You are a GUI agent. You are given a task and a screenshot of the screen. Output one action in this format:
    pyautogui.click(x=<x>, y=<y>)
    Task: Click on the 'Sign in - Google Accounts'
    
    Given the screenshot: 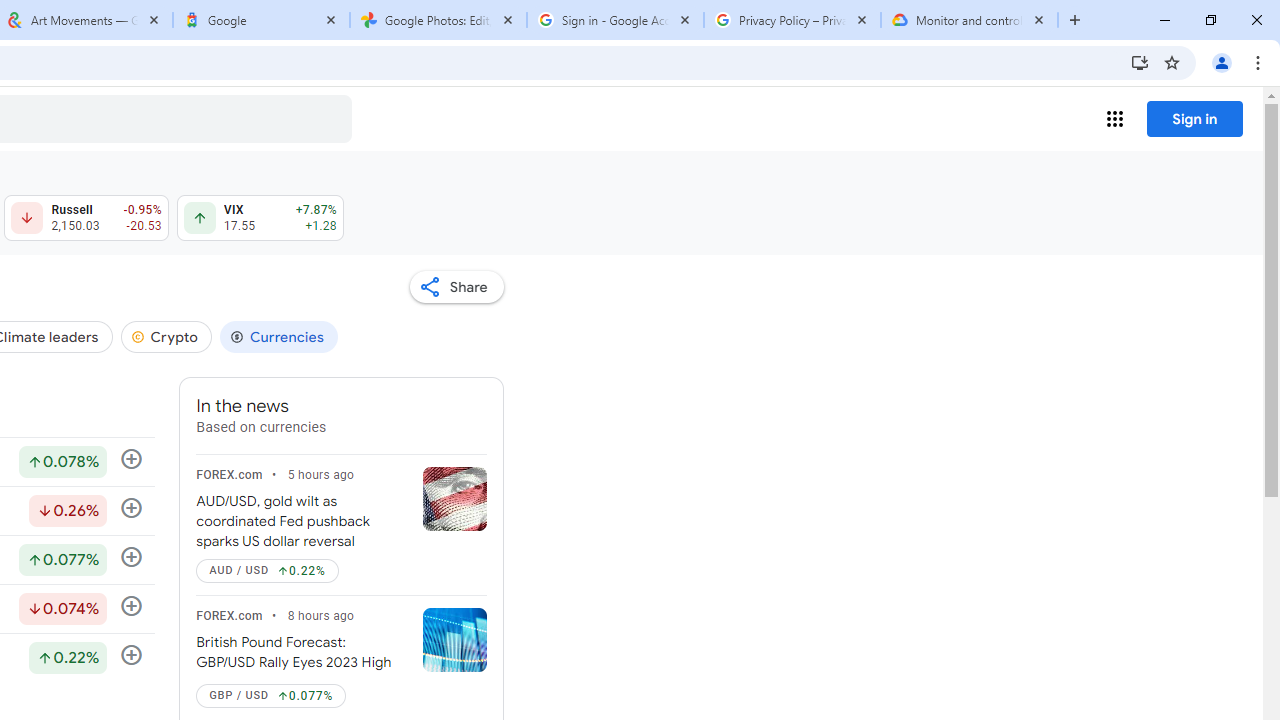 What is the action you would take?
    pyautogui.click(x=614, y=20)
    